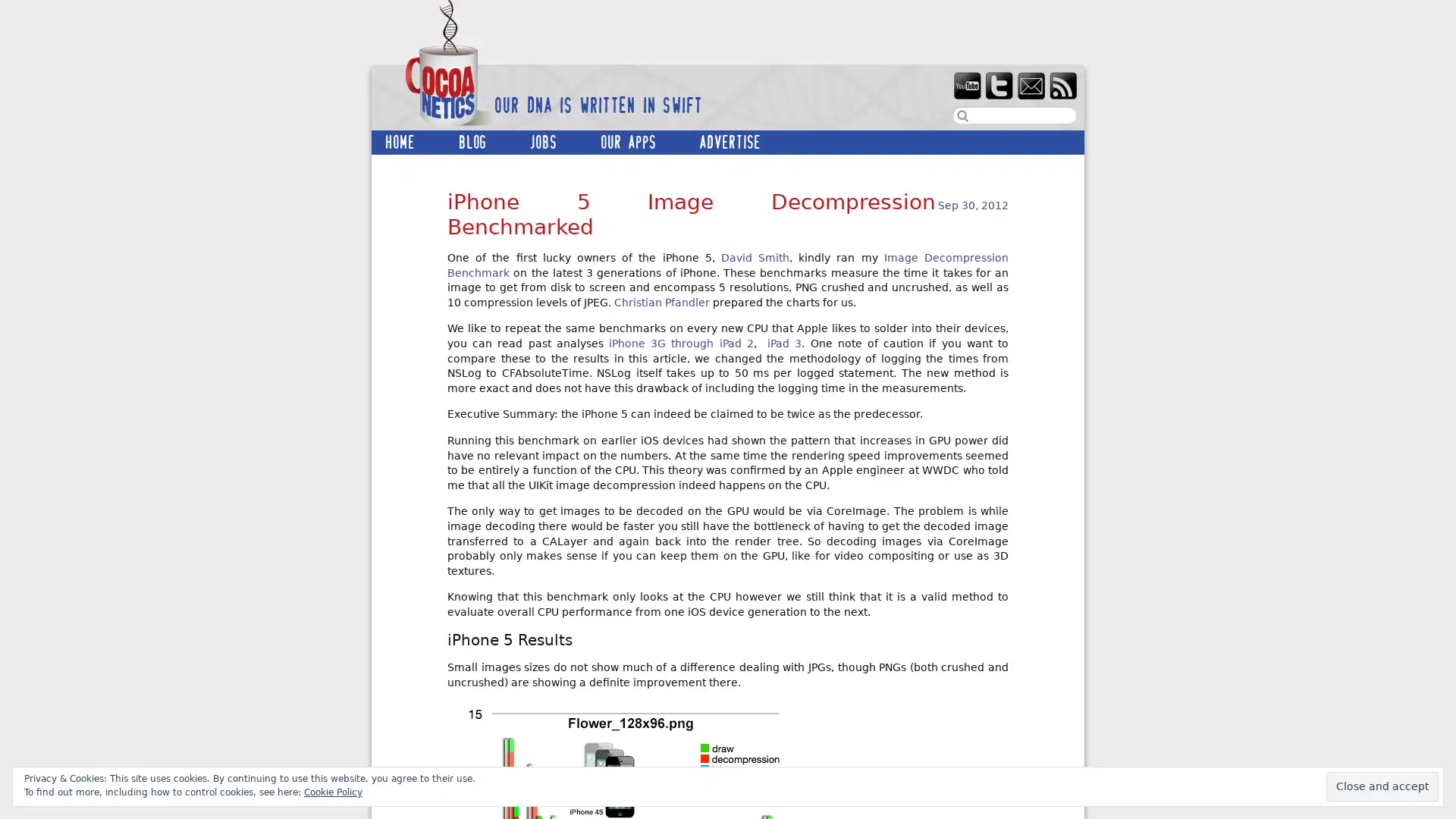 This screenshot has height=819, width=1456. What do you see at coordinates (1382, 786) in the screenshot?
I see `Close and accept` at bounding box center [1382, 786].